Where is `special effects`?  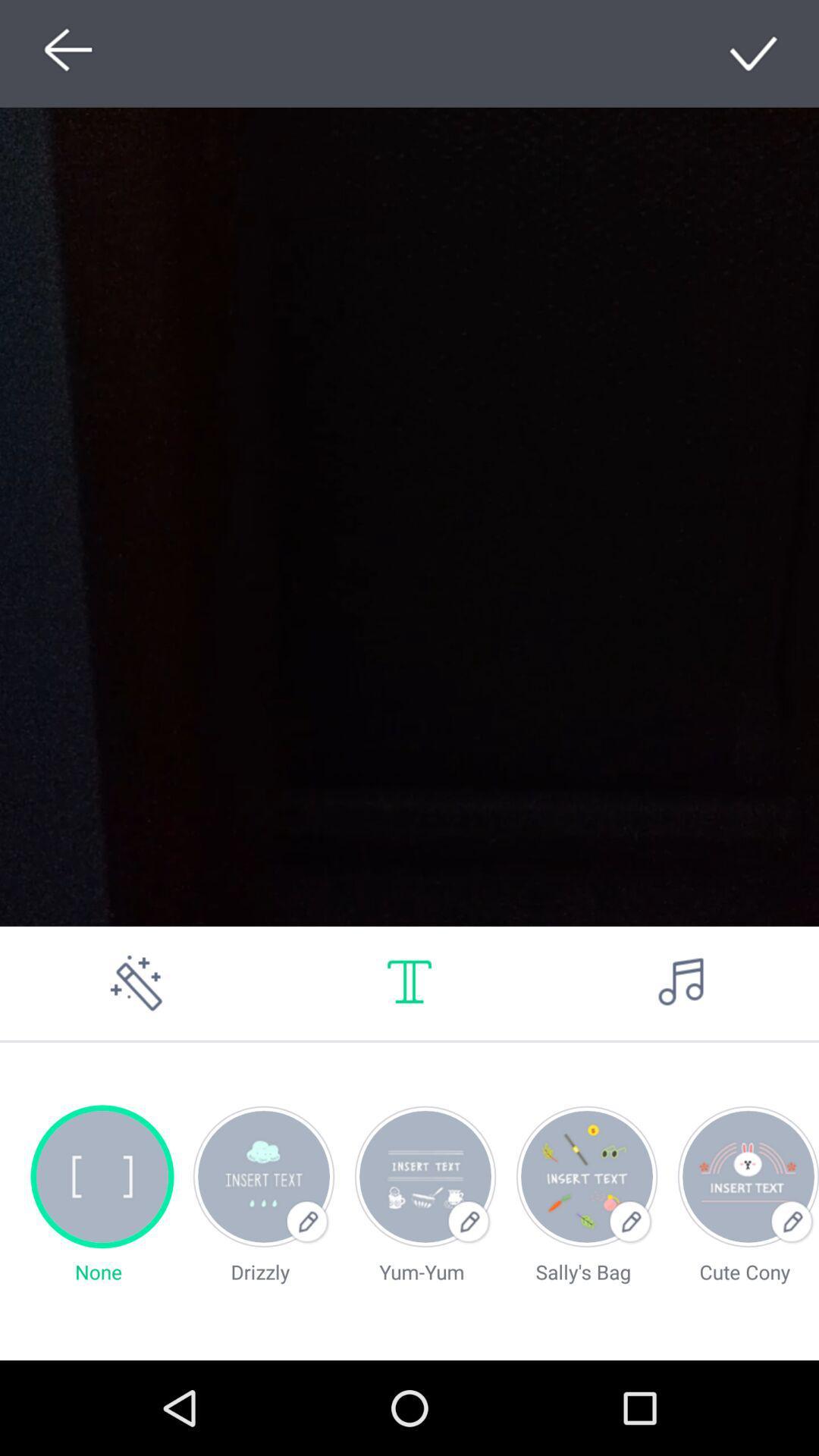
special effects is located at coordinates (136, 983).